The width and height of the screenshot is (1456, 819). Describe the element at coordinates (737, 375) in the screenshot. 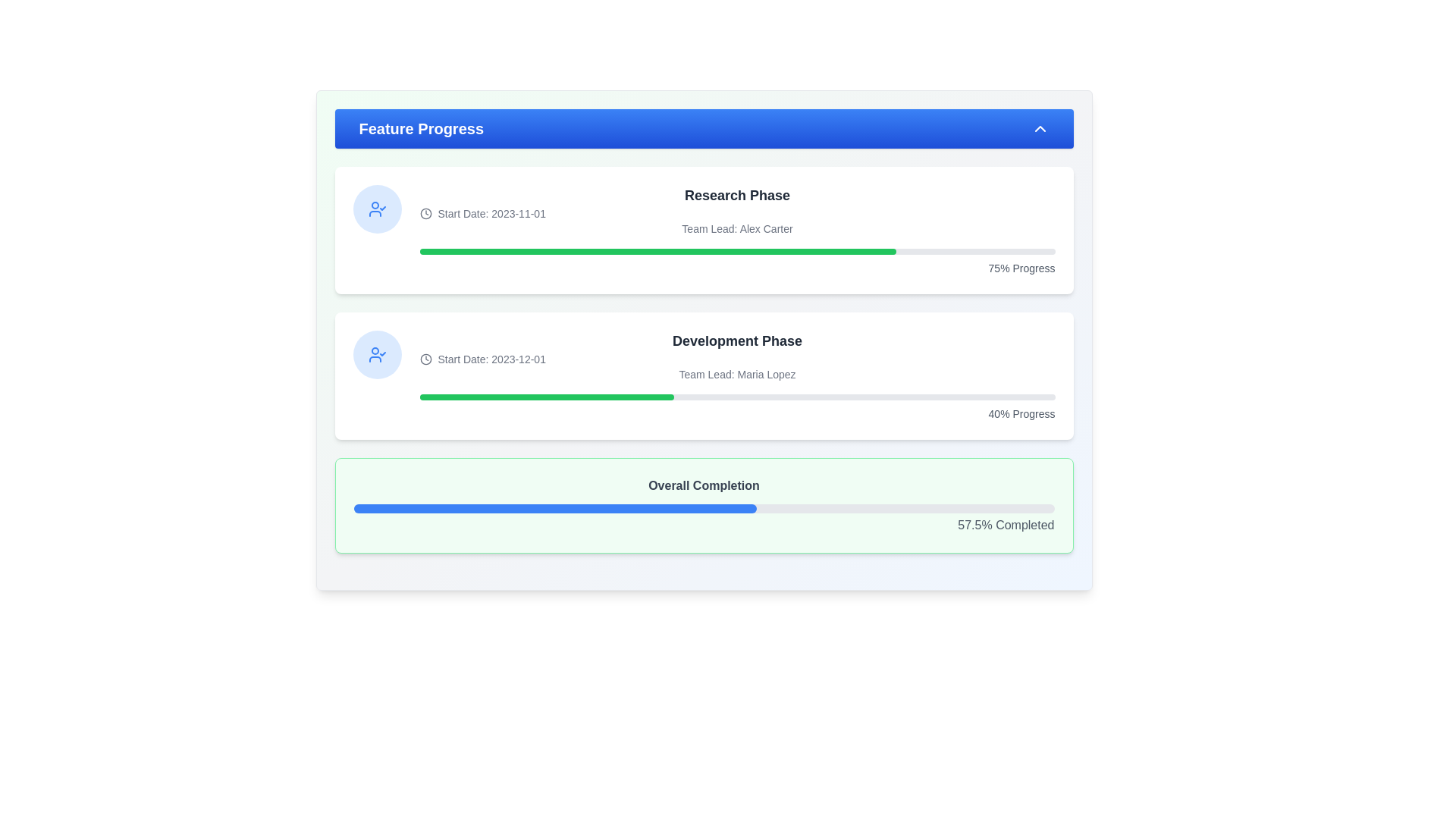

I see `displayed information from the composite information panel that summarizes the status of the 'Development Phase' within a project, located as the second card in a vertical list` at that location.